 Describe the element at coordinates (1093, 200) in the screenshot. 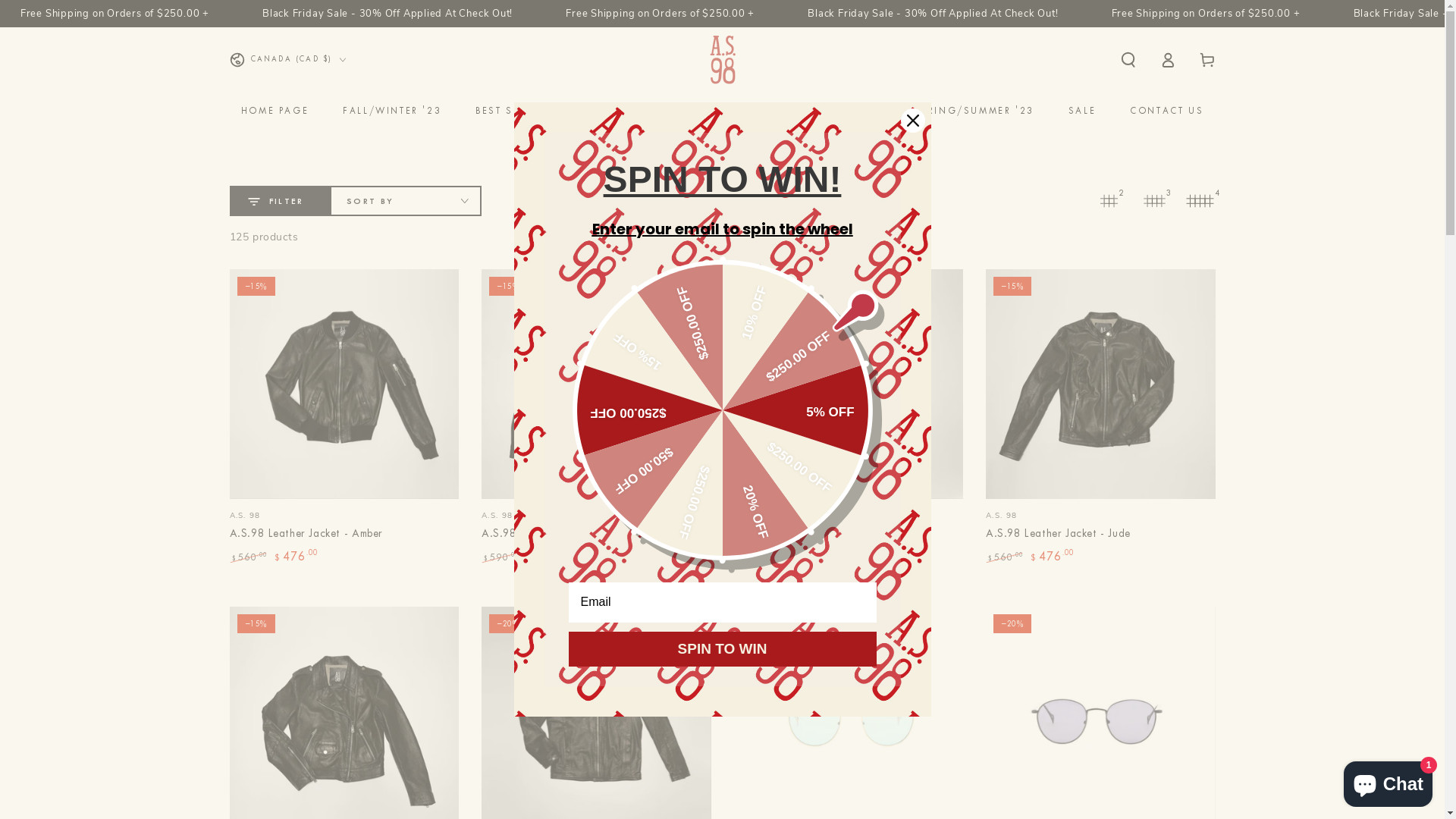

I see `'2'` at that location.